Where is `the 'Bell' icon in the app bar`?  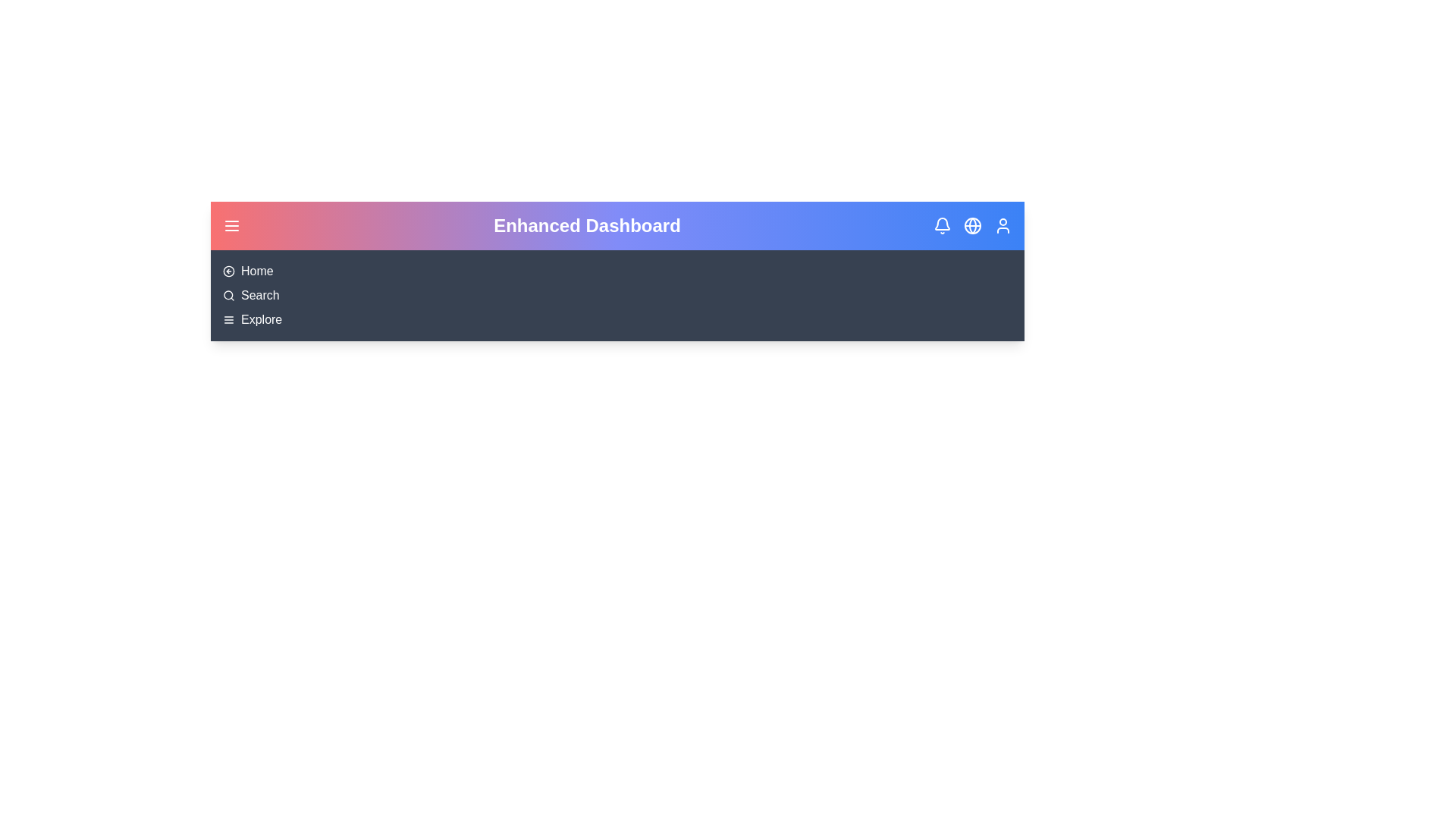
the 'Bell' icon in the app bar is located at coordinates (942, 225).